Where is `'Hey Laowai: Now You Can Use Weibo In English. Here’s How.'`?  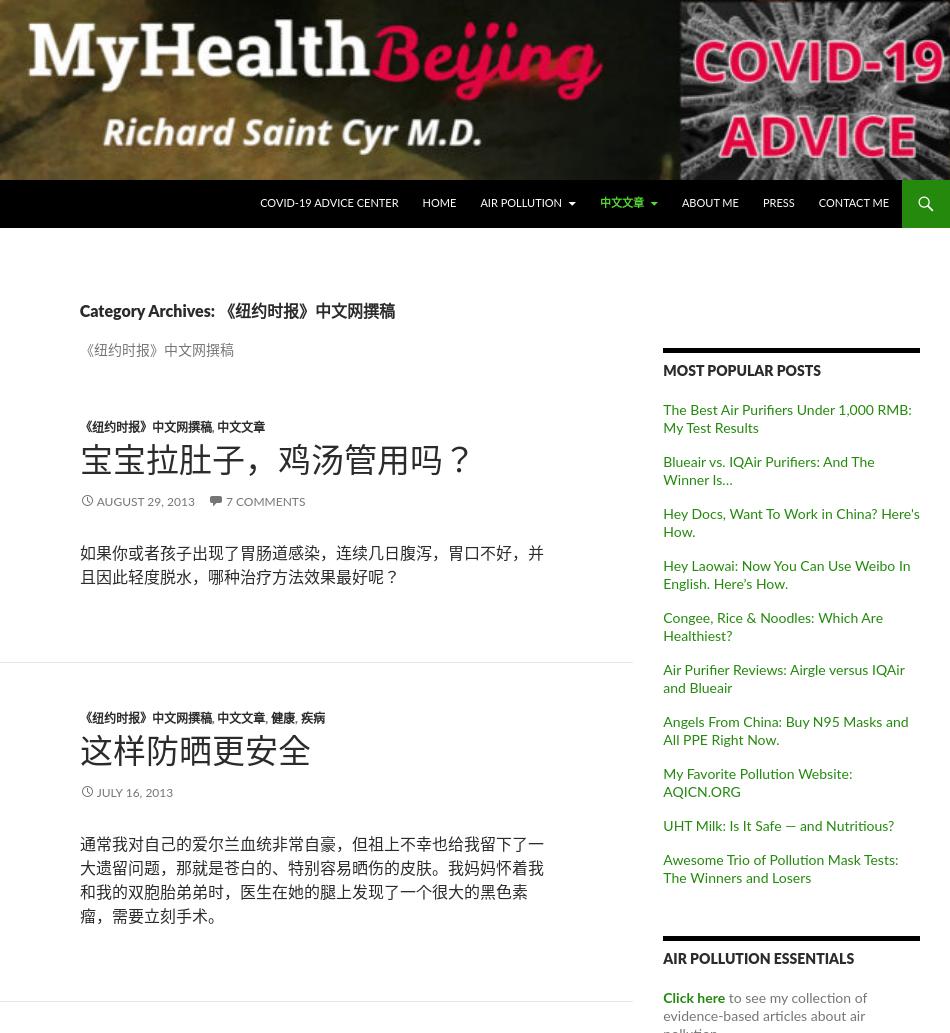 'Hey Laowai: Now You Can Use Weibo In English. Here’s How.' is located at coordinates (663, 573).